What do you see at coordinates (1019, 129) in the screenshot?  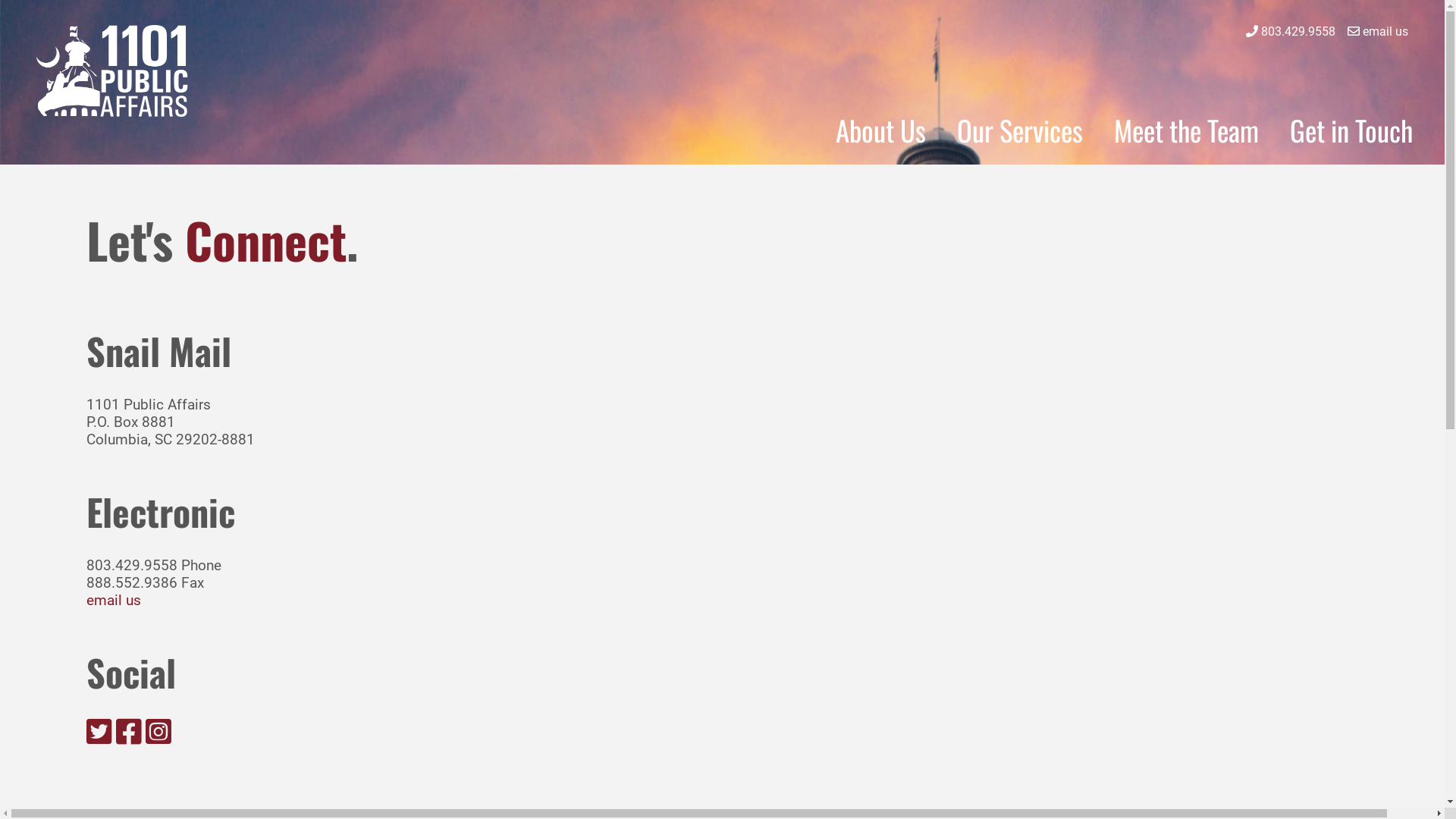 I see `'Our Services'` at bounding box center [1019, 129].